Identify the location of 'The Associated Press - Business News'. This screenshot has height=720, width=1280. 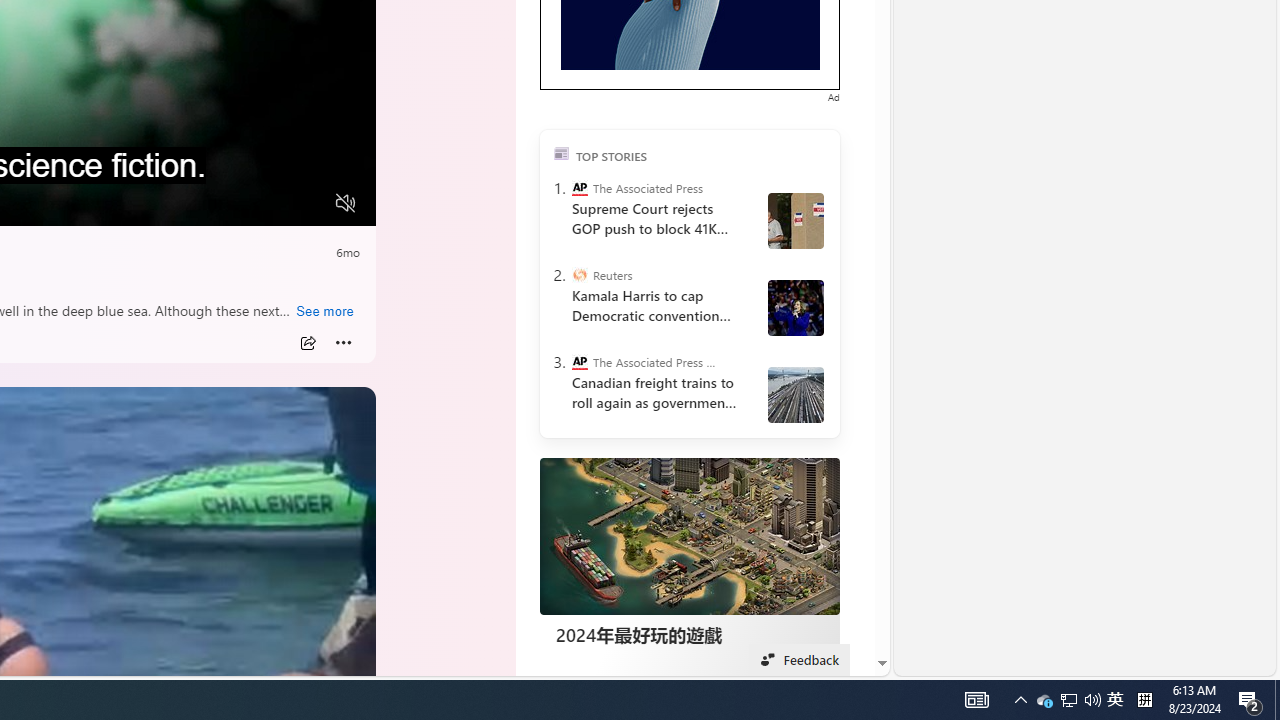
(578, 362).